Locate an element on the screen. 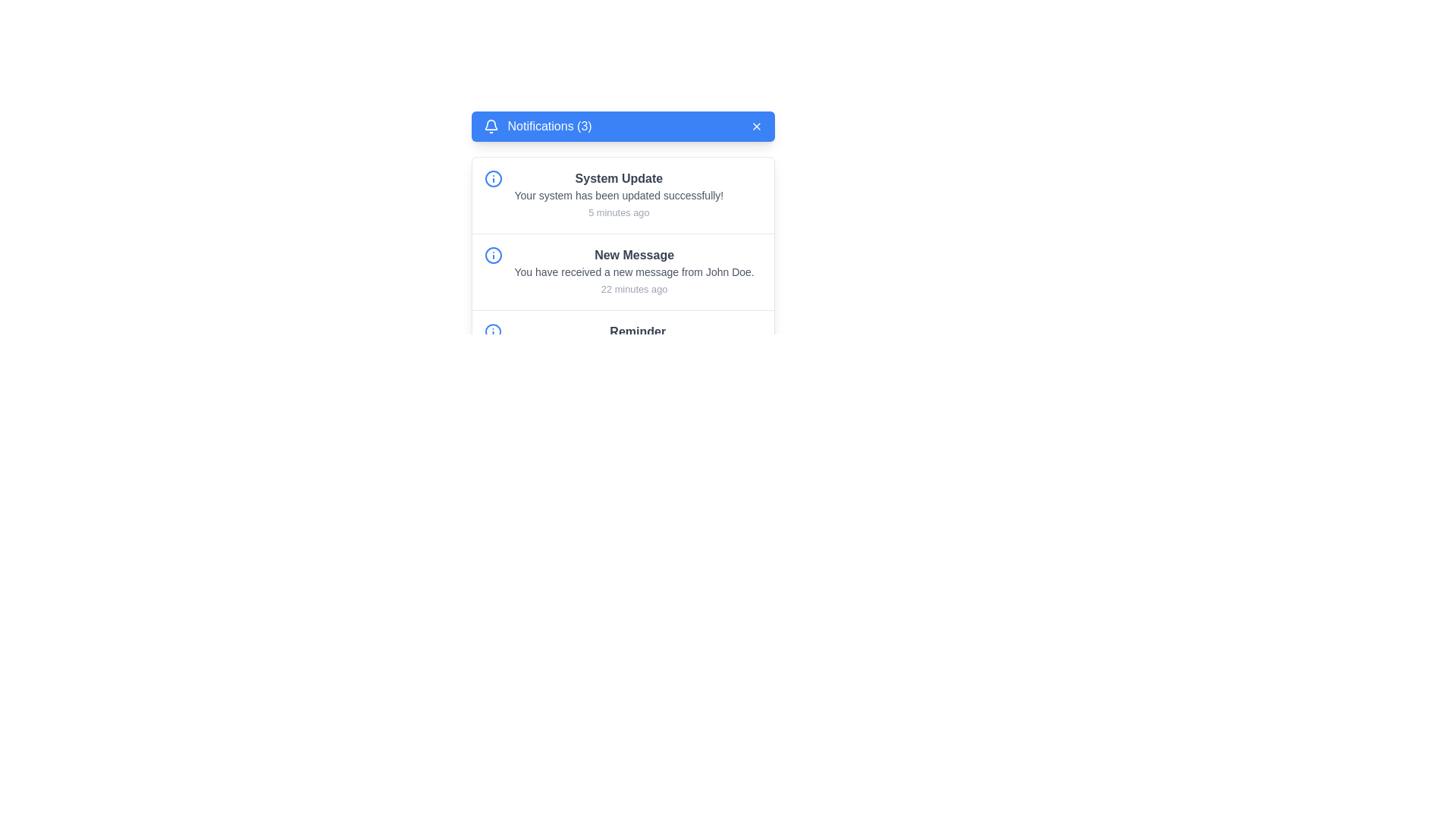 Image resolution: width=1456 pixels, height=819 pixels. the 'New Message' text label in the second notification of the 'Notifications (3)' panel, which is styled in bold dark gray and appears just below 'System Update' is located at coordinates (634, 254).